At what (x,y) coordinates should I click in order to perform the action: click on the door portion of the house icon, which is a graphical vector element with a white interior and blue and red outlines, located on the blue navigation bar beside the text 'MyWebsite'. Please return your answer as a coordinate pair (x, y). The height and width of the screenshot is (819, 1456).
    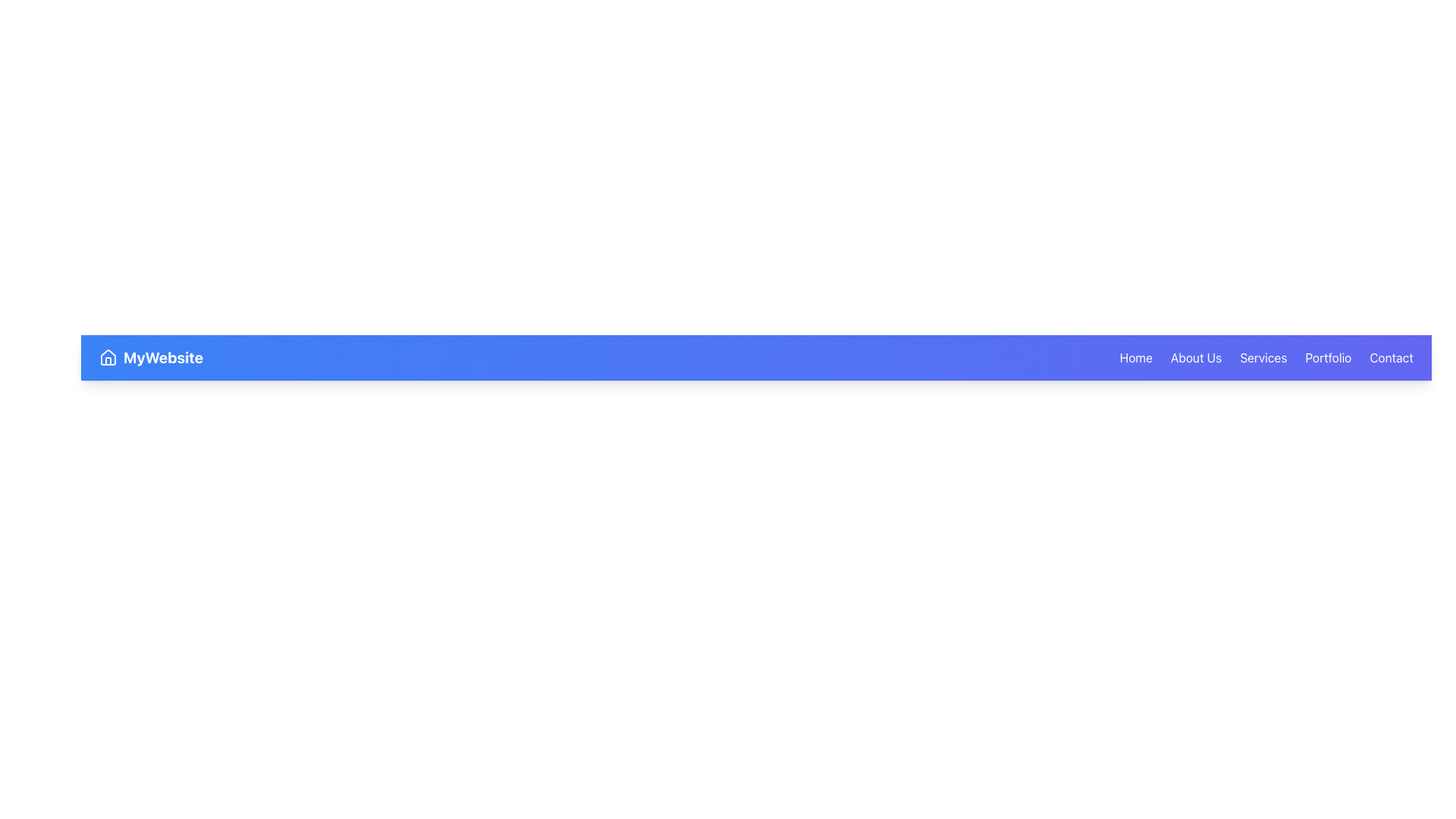
    Looking at the image, I should click on (108, 361).